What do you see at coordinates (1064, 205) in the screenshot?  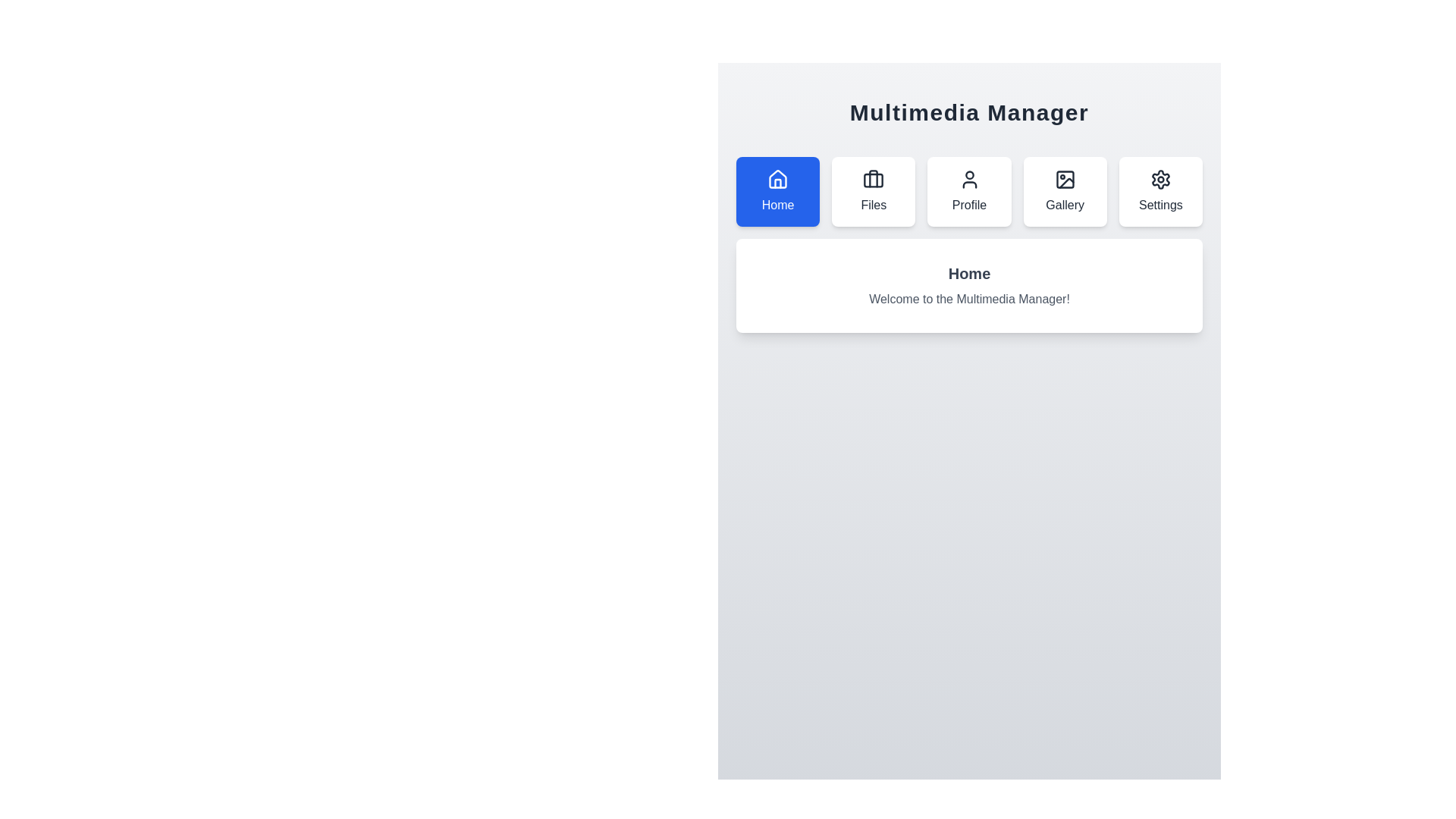 I see `text content of the 'Gallery' label located within the button in the top navigation section, which is the fourth option from the left` at bounding box center [1064, 205].